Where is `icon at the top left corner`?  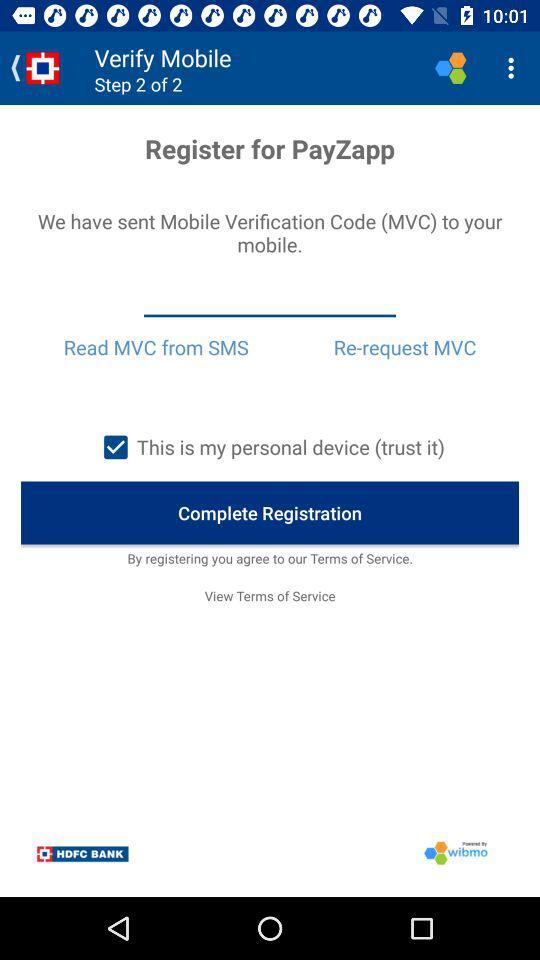 icon at the top left corner is located at coordinates (36, 68).